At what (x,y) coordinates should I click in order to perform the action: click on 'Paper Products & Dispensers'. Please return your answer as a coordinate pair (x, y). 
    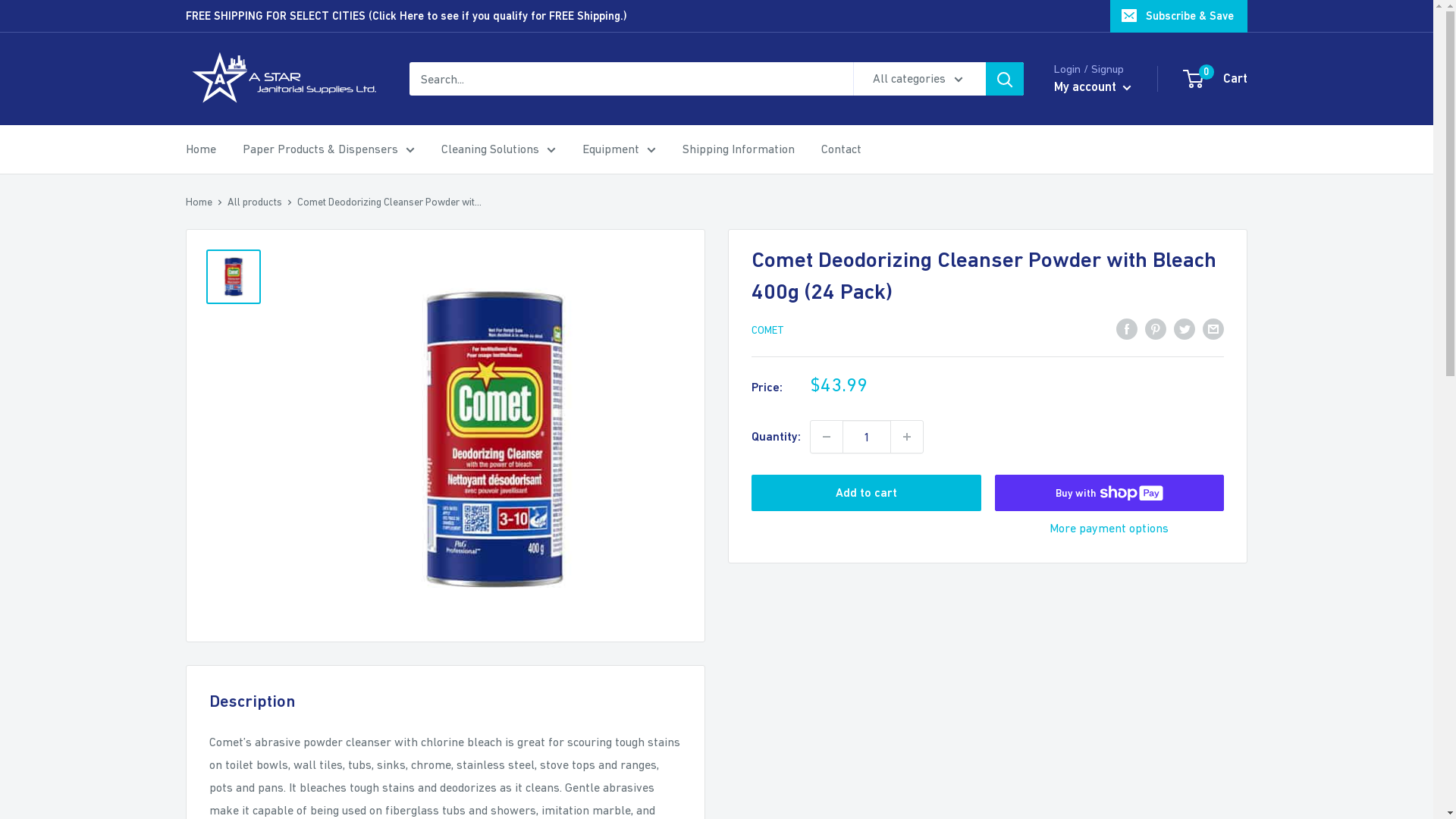
    Looking at the image, I should click on (328, 149).